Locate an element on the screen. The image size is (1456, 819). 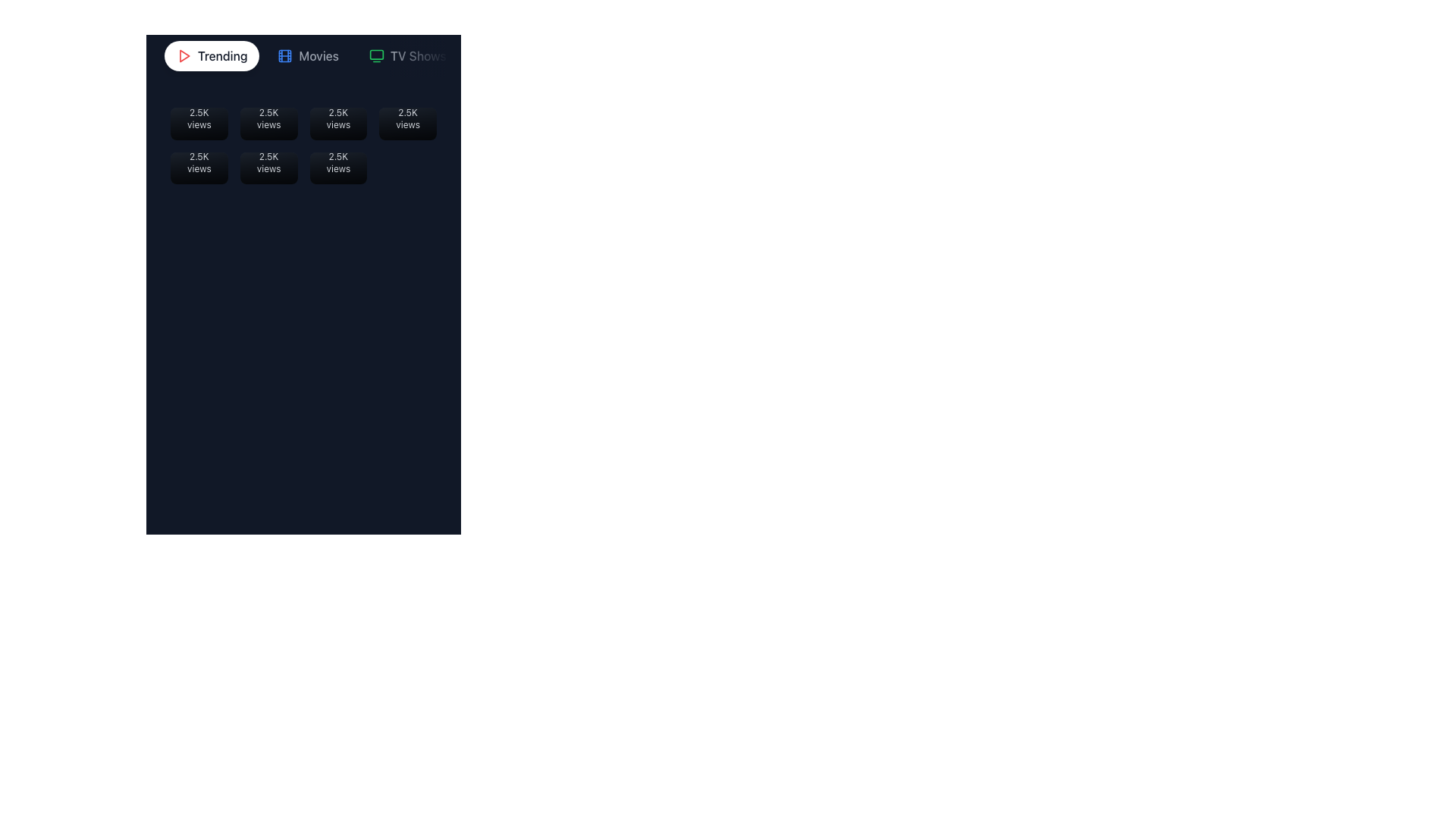
the rectangular button with a red background and white text saying 'Watch Now' is located at coordinates (337, 168).